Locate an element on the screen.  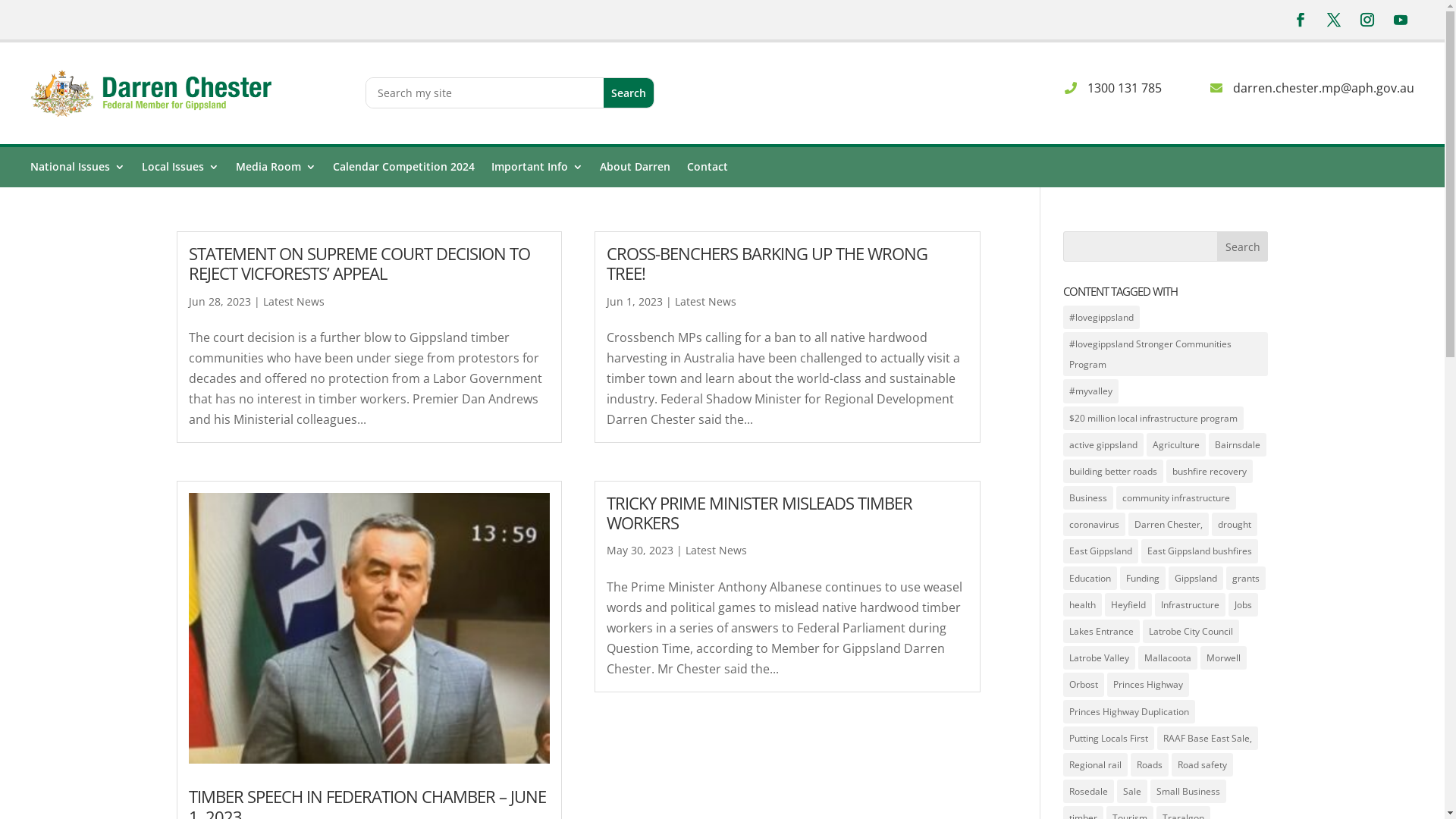
'Putting Locals First' is located at coordinates (1109, 737).